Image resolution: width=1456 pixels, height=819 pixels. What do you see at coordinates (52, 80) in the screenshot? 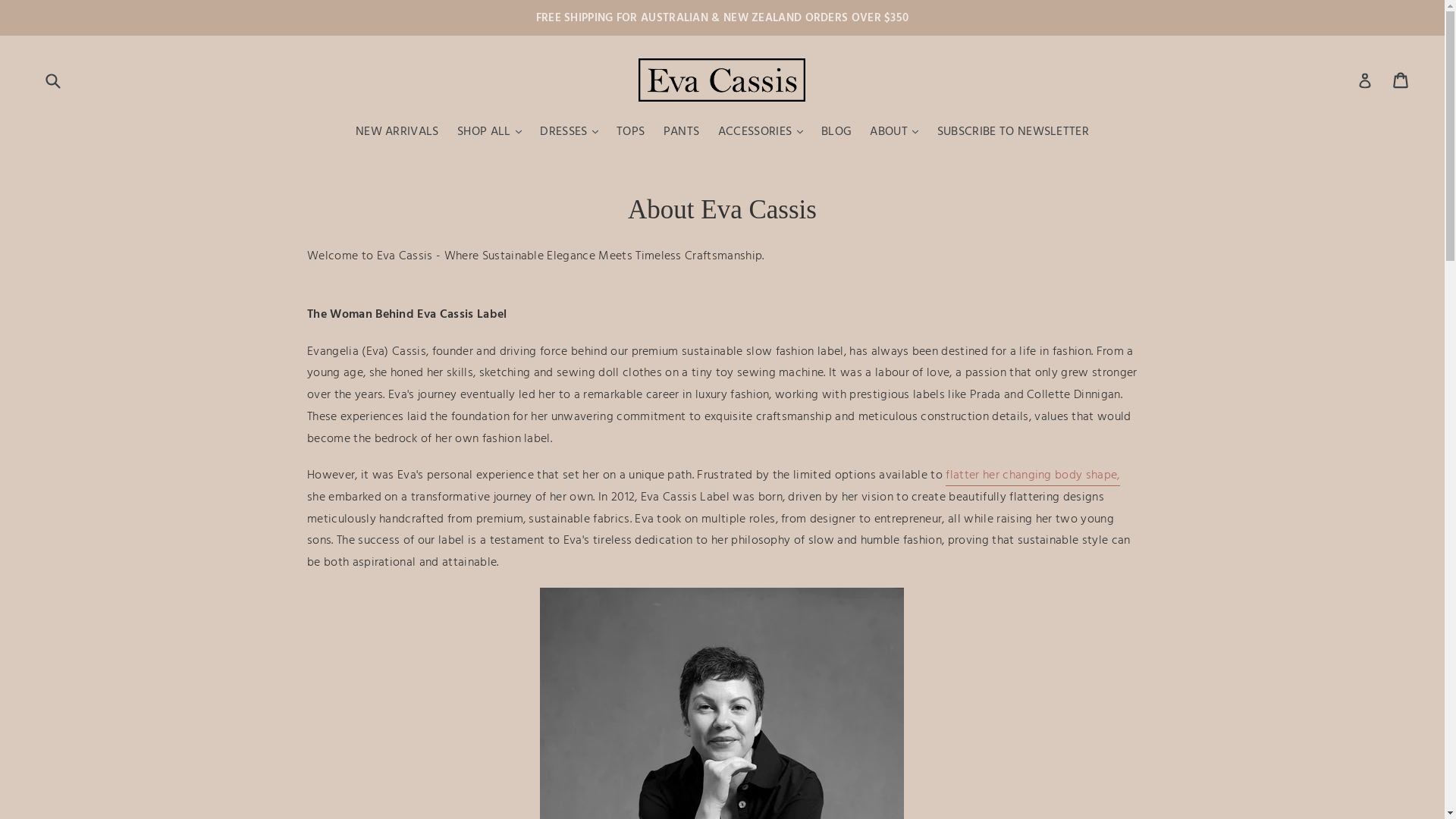
I see `'Submit'` at bounding box center [52, 80].